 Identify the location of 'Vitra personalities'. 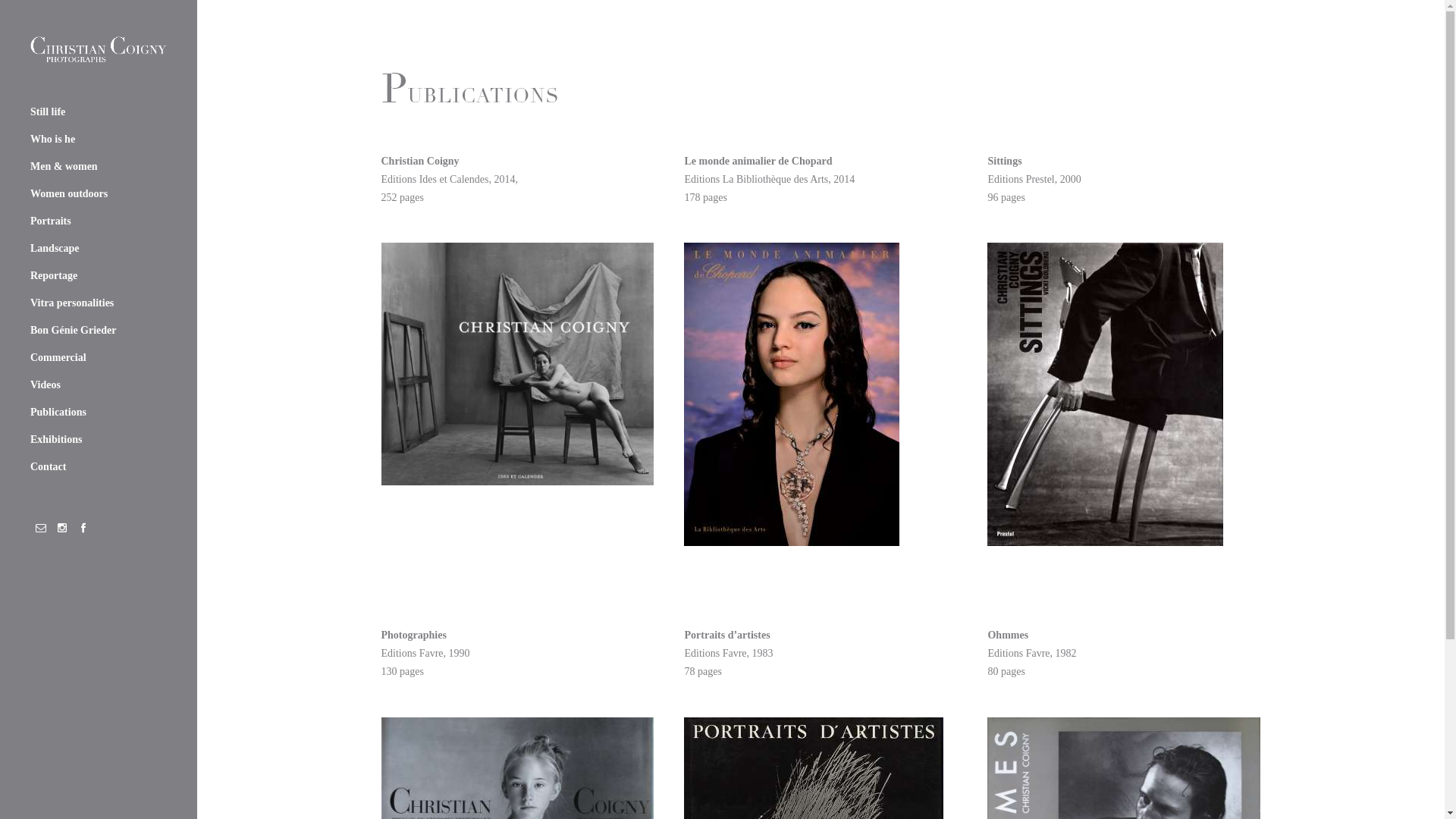
(30, 303).